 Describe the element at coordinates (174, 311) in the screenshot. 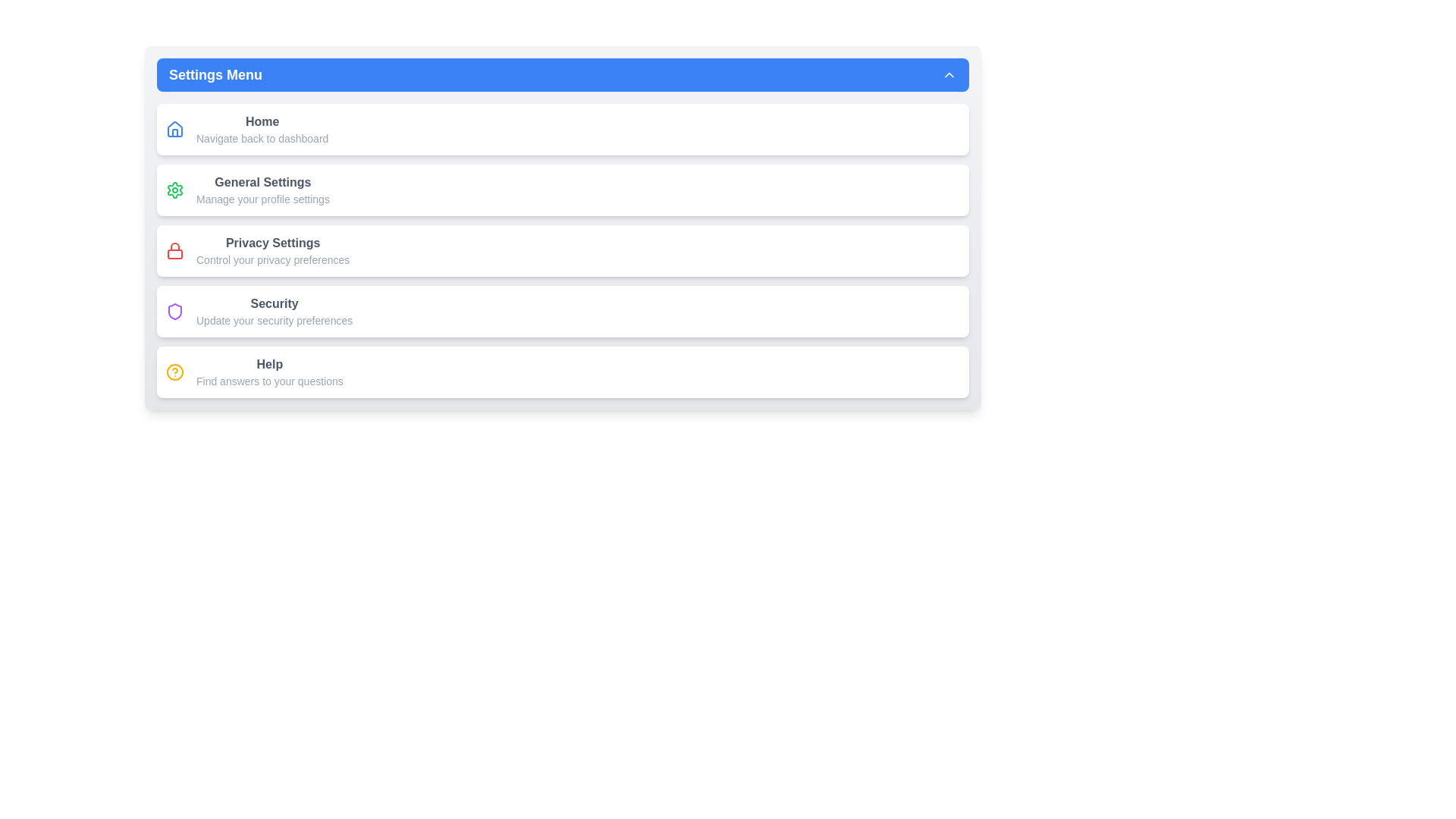

I see `the 'Security' menu icon located in the fifth row of the vertical menu, which is to the left of the text 'Update your security preferences'` at that location.